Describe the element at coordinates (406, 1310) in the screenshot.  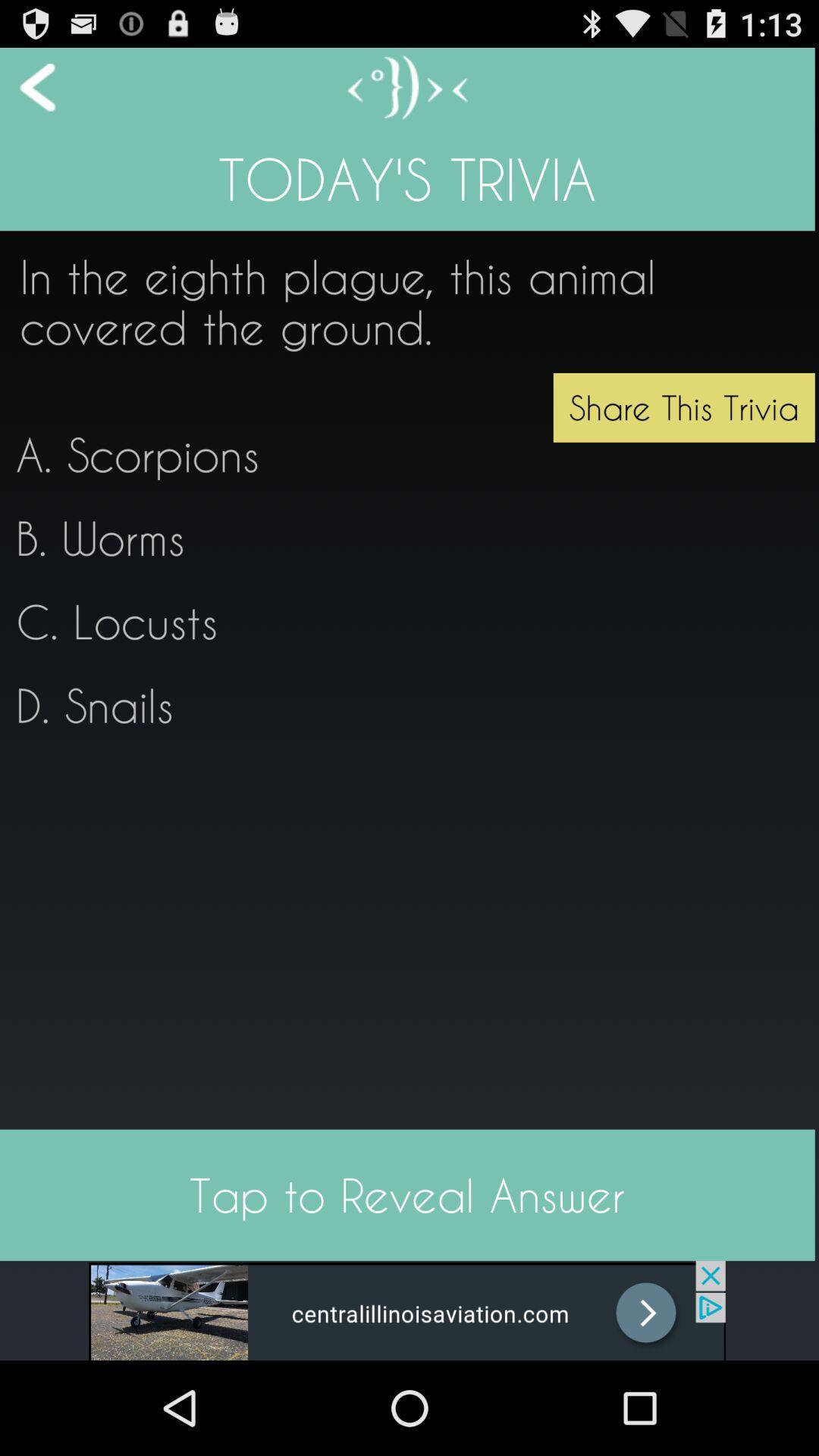
I see `advertisement website` at that location.